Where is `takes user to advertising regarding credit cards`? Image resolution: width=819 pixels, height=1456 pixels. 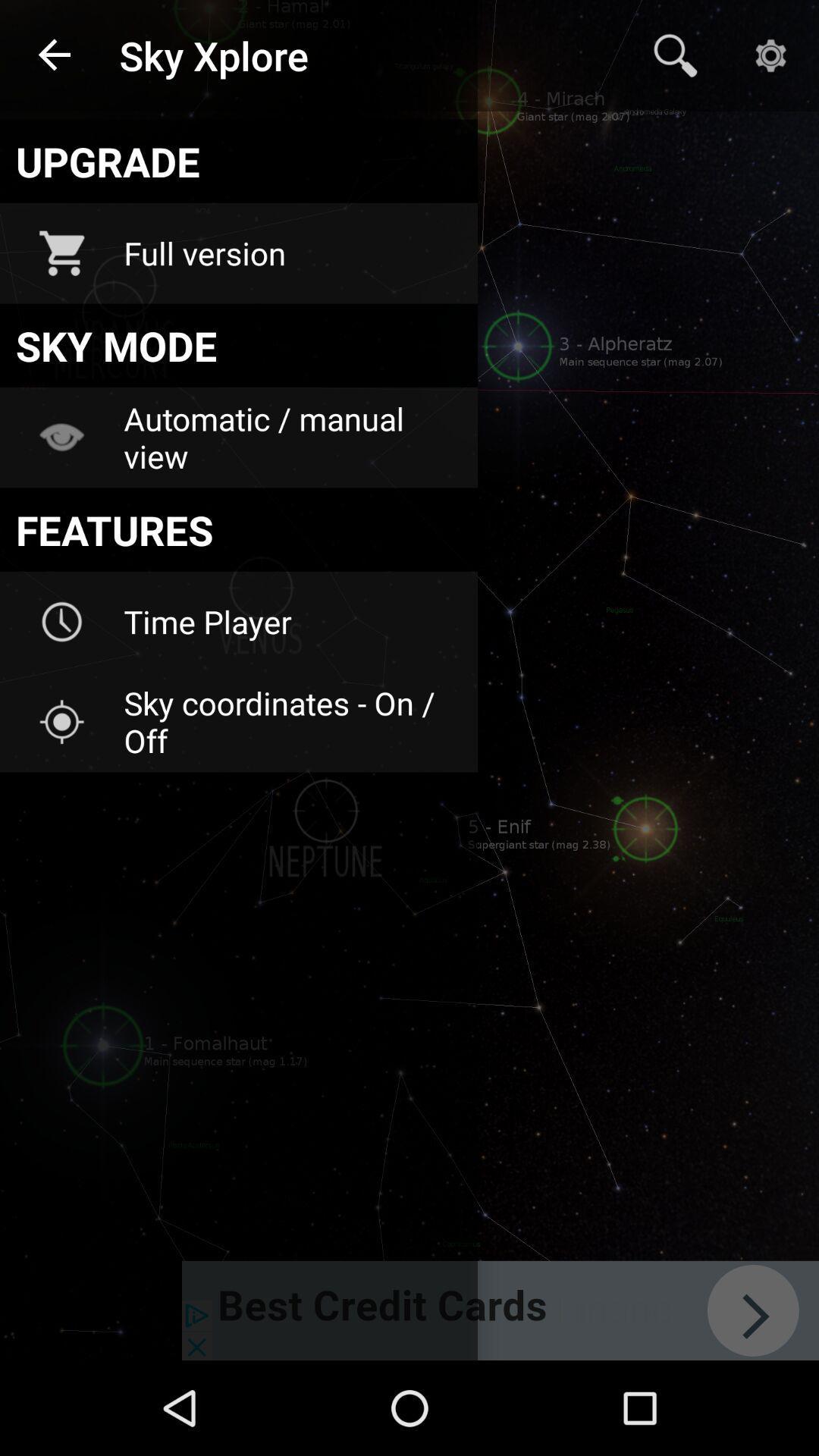 takes user to advertising regarding credit cards is located at coordinates (500, 1310).